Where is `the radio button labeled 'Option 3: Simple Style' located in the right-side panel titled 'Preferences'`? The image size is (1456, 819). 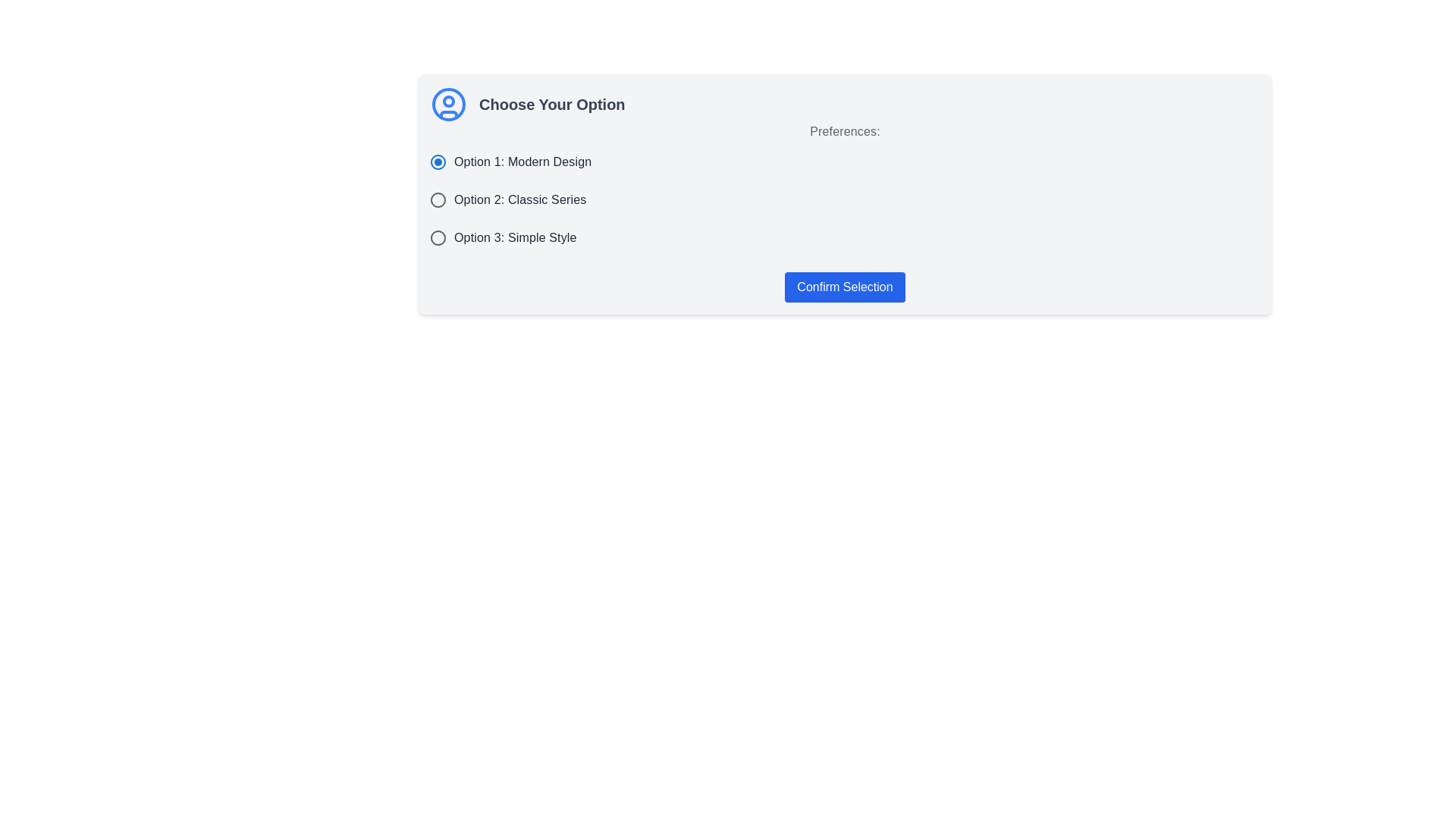
the radio button labeled 'Option 3: Simple Style' located in the right-side panel titled 'Preferences' is located at coordinates (437, 237).